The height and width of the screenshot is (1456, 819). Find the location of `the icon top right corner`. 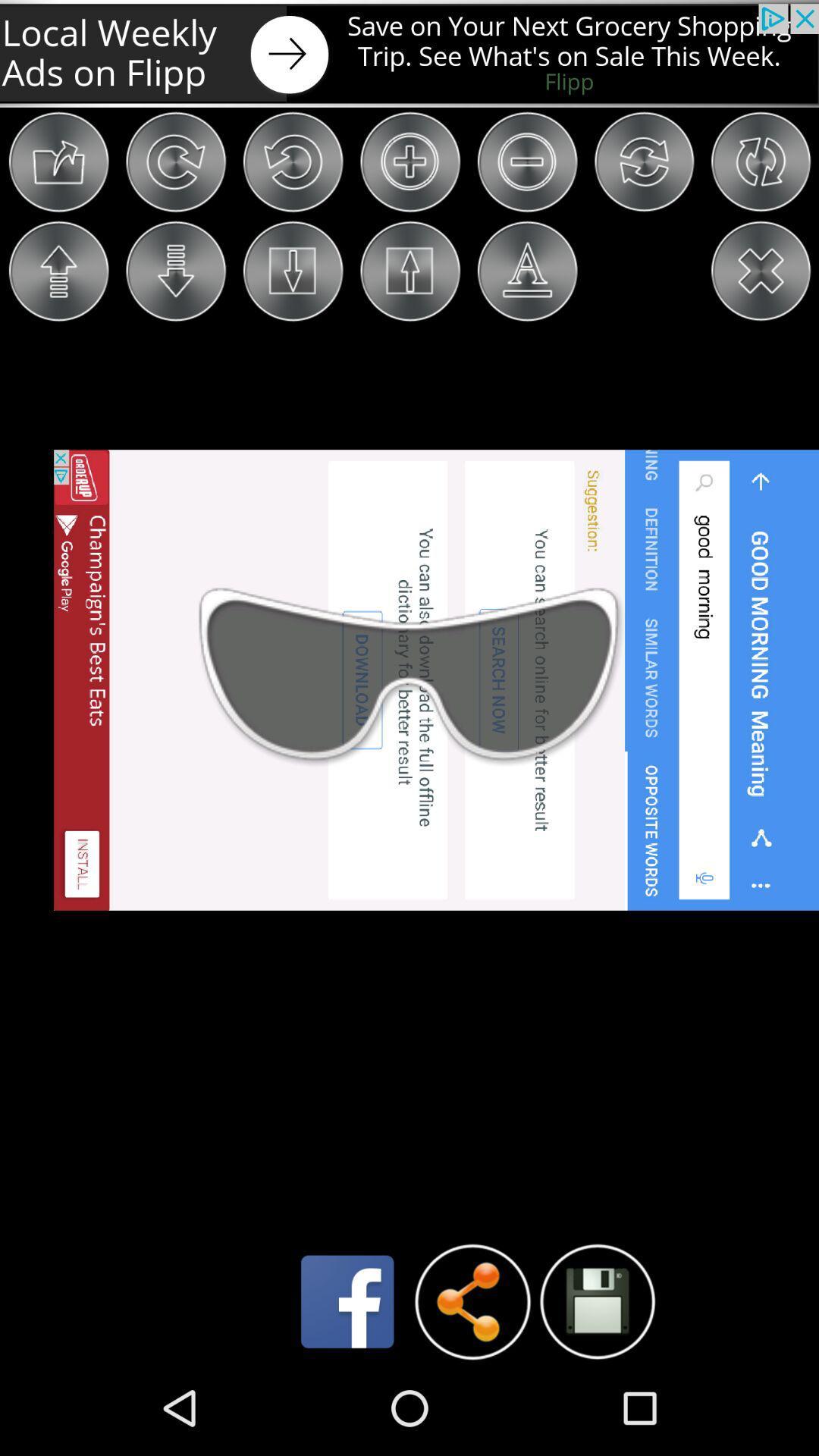

the icon top right corner is located at coordinates (760, 162).